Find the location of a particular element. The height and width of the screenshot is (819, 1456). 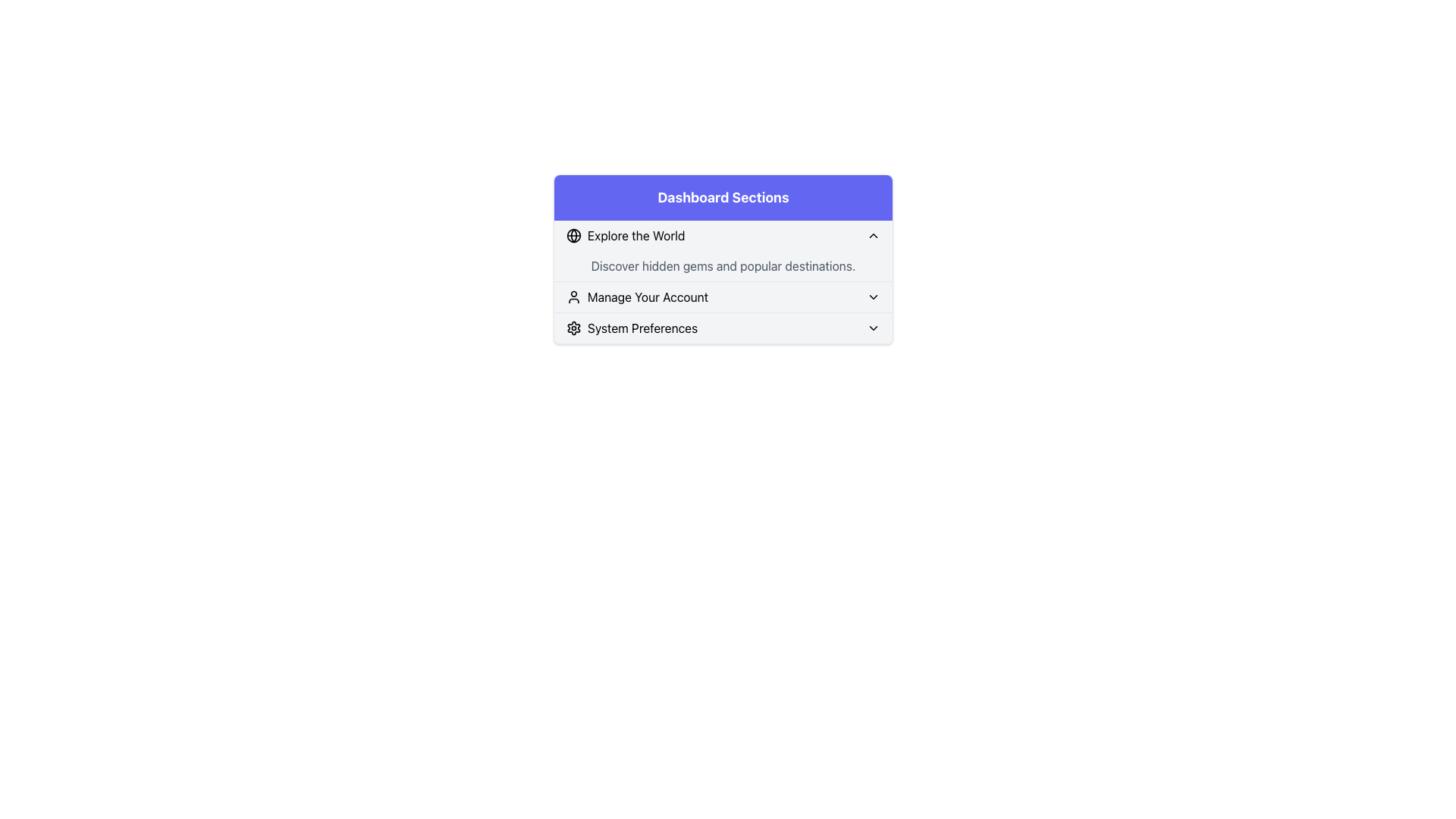

the globe icon representing the 'Explore the World' section located on the leftmost side of the dashboard is located at coordinates (573, 236).